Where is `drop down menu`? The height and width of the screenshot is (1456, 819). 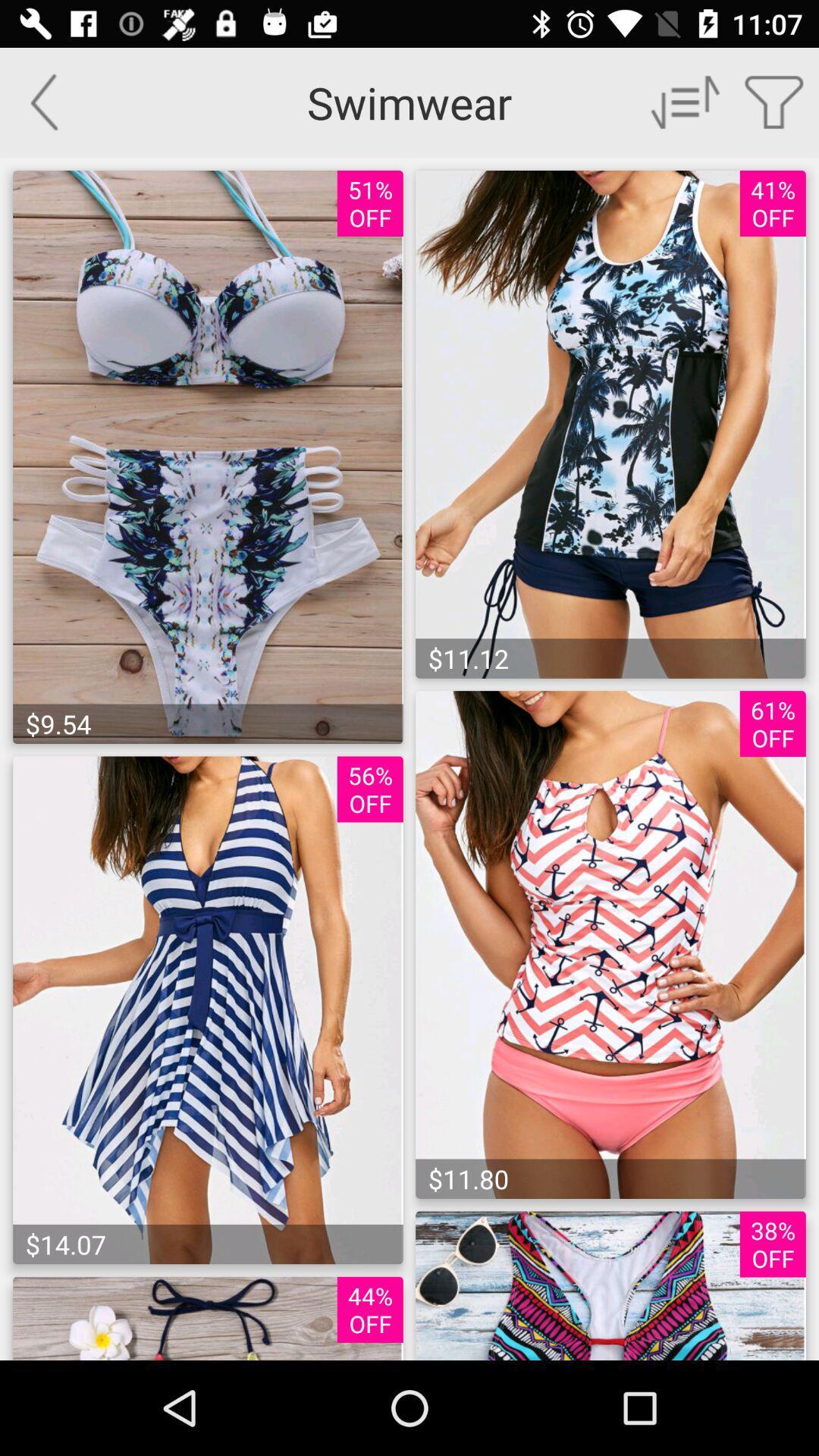
drop down menu is located at coordinates (686, 101).